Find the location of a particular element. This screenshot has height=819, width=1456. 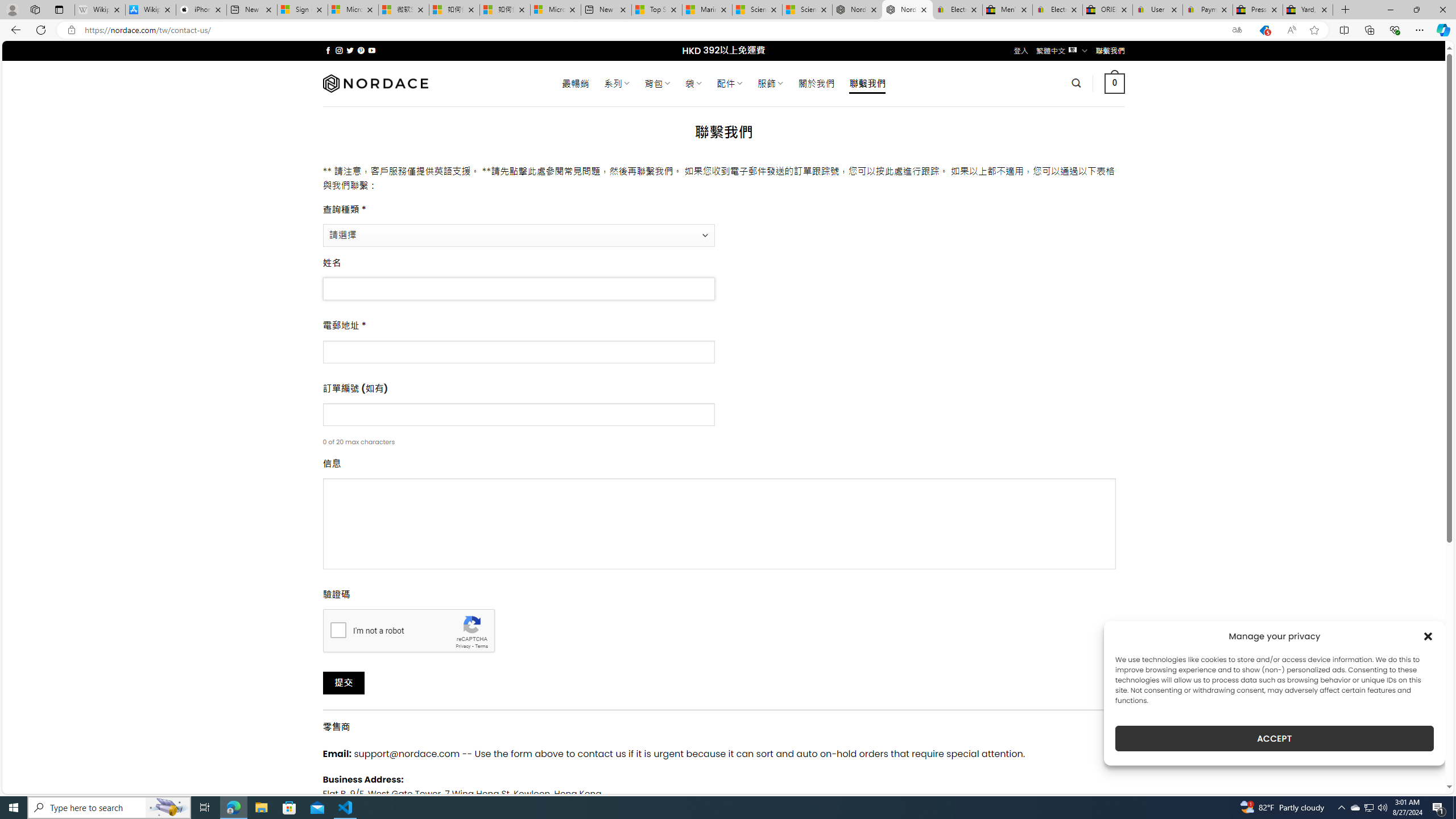

'Payments Terms of Use | eBay.com' is located at coordinates (1207, 9).